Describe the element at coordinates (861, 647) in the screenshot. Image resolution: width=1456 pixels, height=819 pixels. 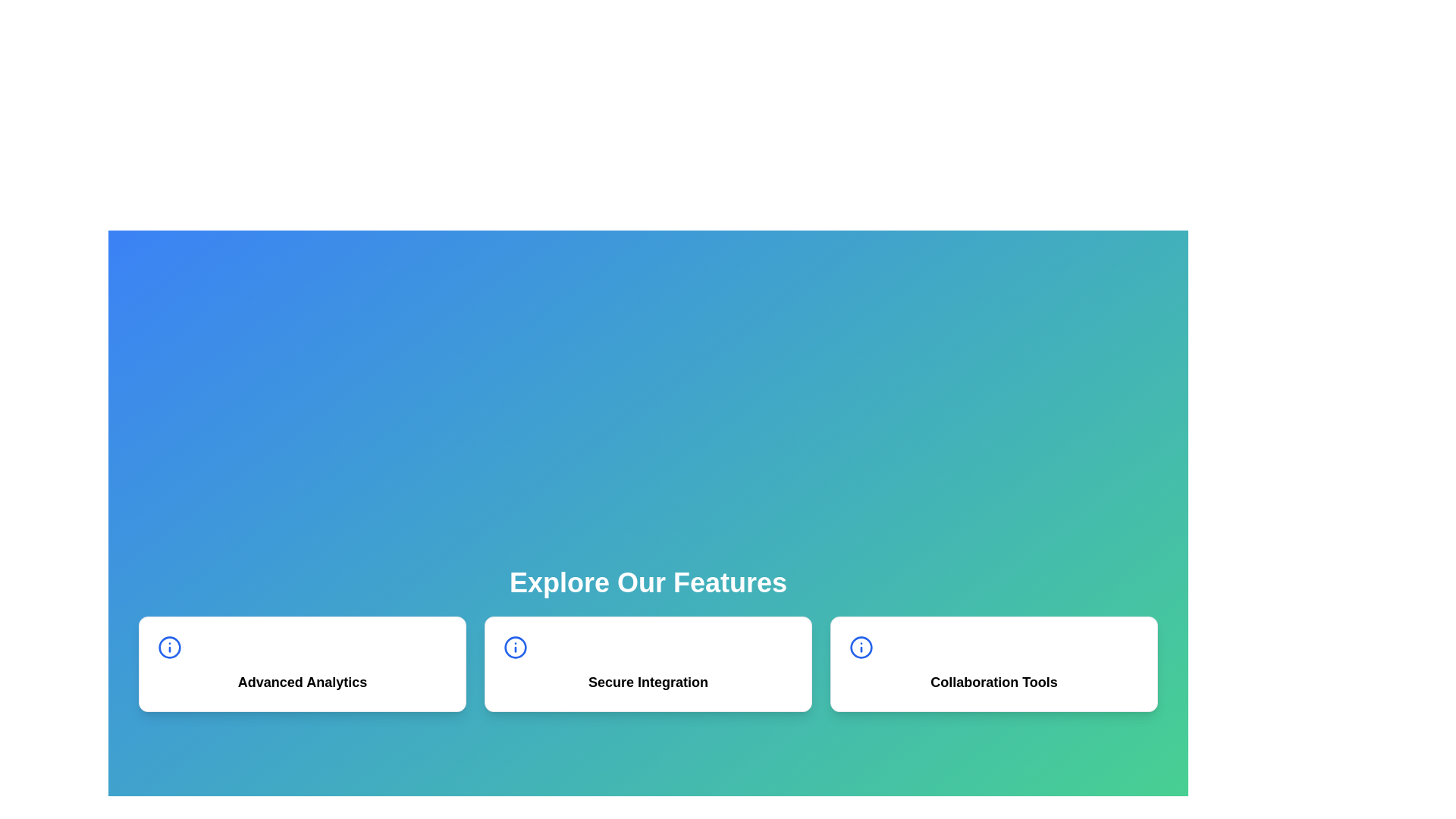
I see `the information icon with a blue circular outline and a lowercase 'i' inside, located at the top-left corner of the 'Collaboration Tools' card` at that location.